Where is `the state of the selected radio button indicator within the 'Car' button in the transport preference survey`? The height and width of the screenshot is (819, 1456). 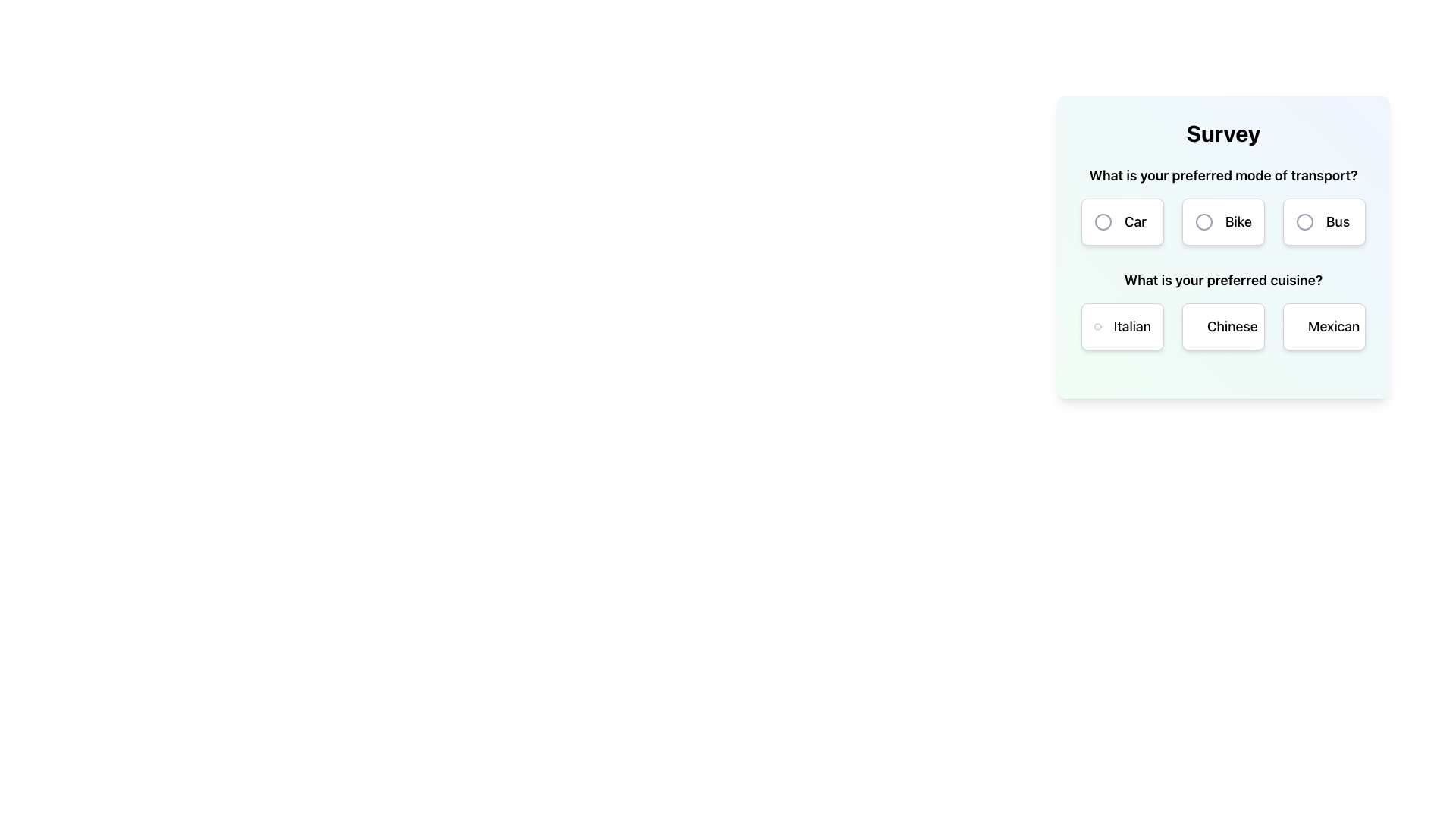
the state of the selected radio button indicator within the 'Car' button in the transport preference survey is located at coordinates (1103, 222).